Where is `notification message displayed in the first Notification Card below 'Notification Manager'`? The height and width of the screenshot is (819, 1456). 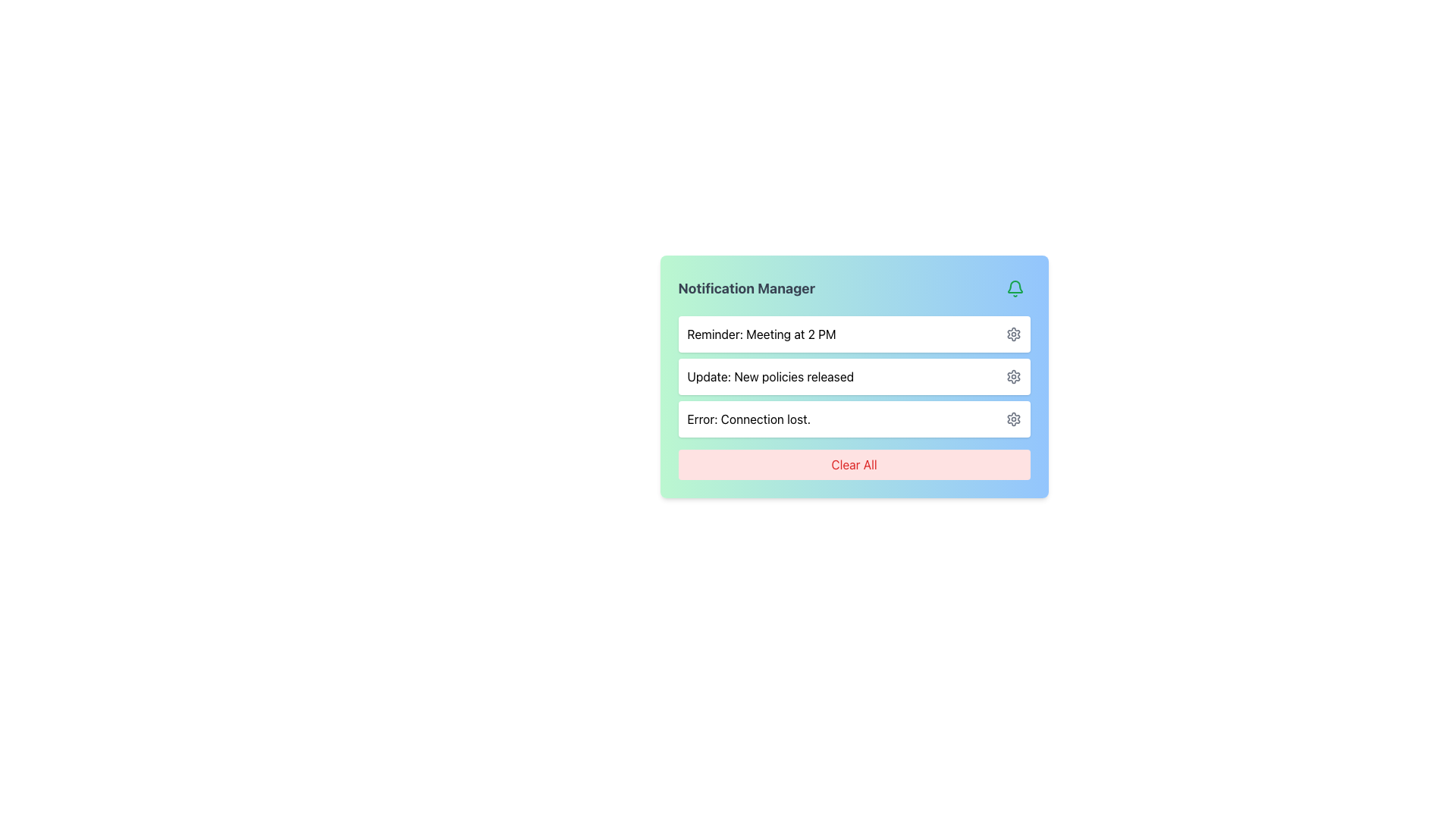 notification message displayed in the first Notification Card below 'Notification Manager' is located at coordinates (854, 333).